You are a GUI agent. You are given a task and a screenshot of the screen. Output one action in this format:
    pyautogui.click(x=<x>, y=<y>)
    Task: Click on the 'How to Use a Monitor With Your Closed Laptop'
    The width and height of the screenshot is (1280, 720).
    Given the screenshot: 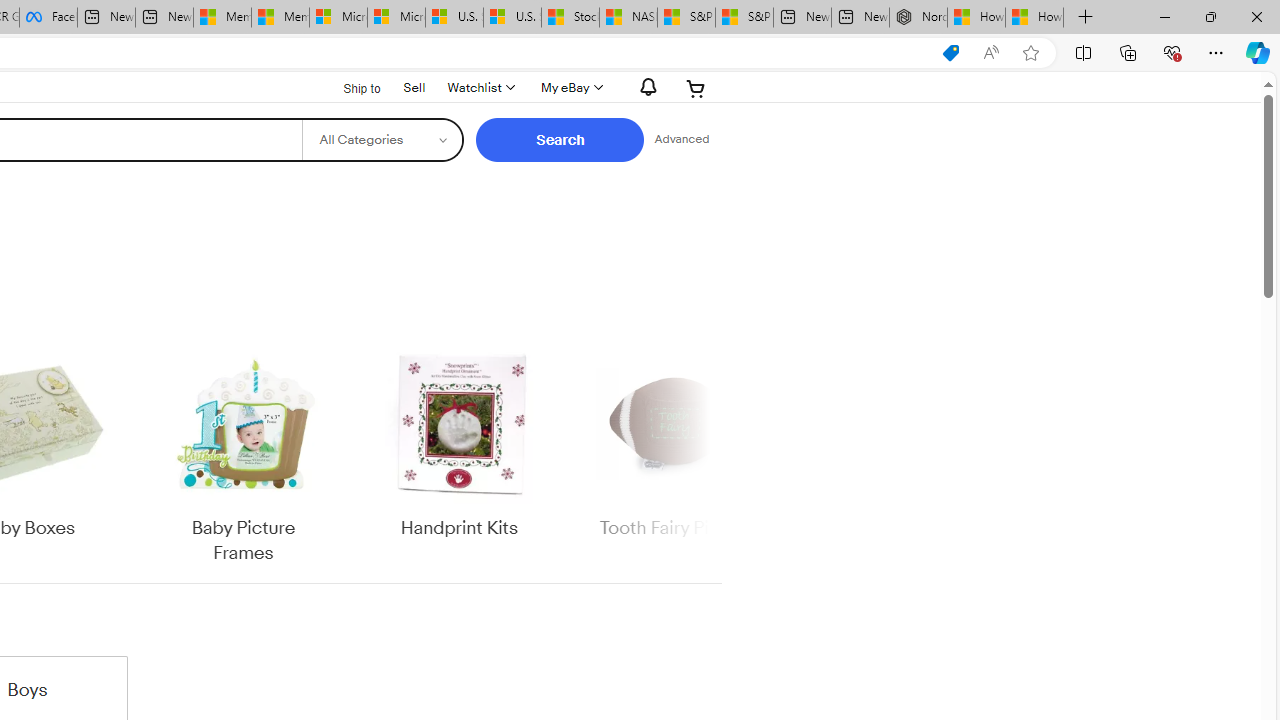 What is the action you would take?
    pyautogui.click(x=1034, y=17)
    